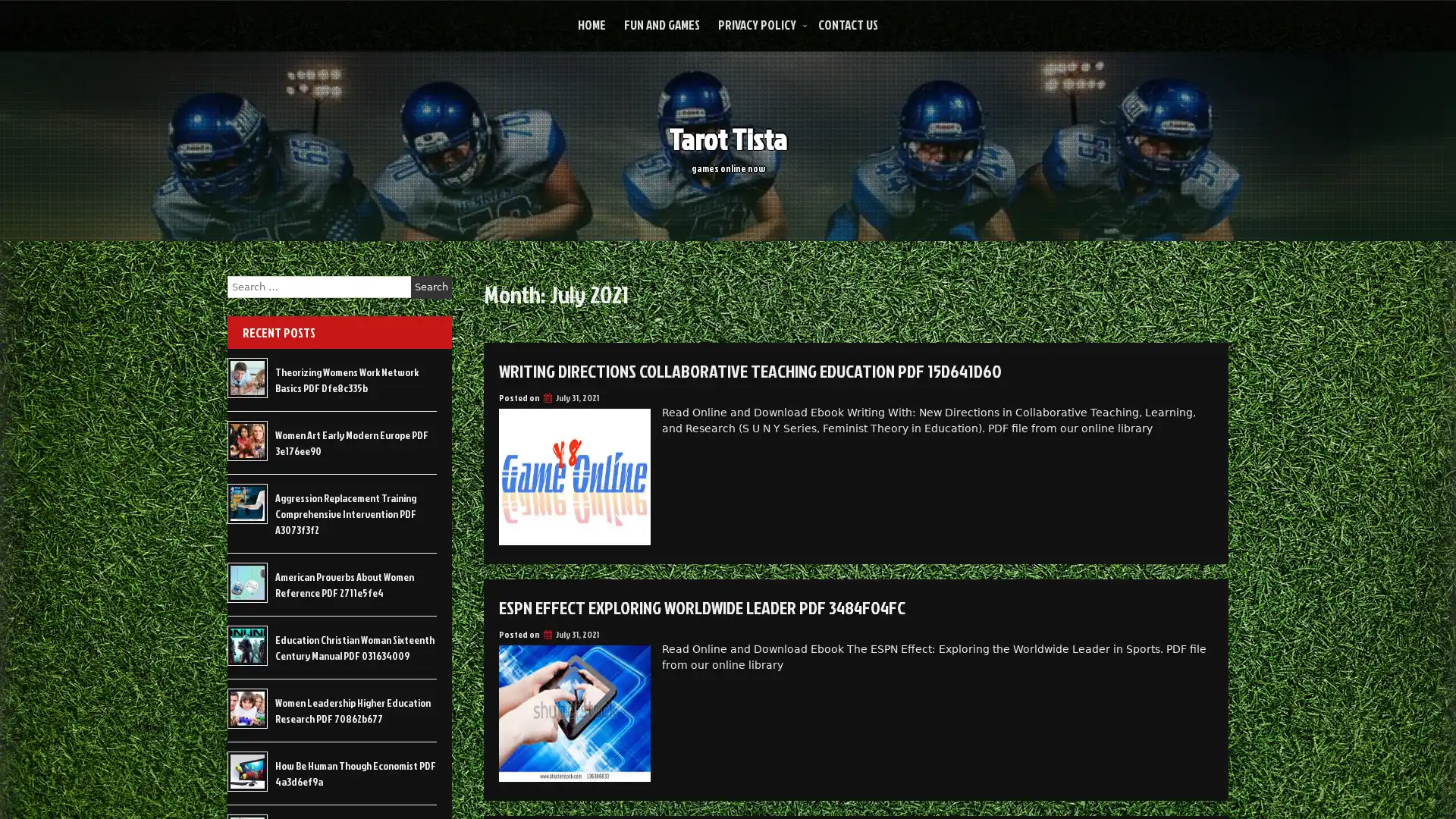  What do you see at coordinates (431, 287) in the screenshot?
I see `Search` at bounding box center [431, 287].